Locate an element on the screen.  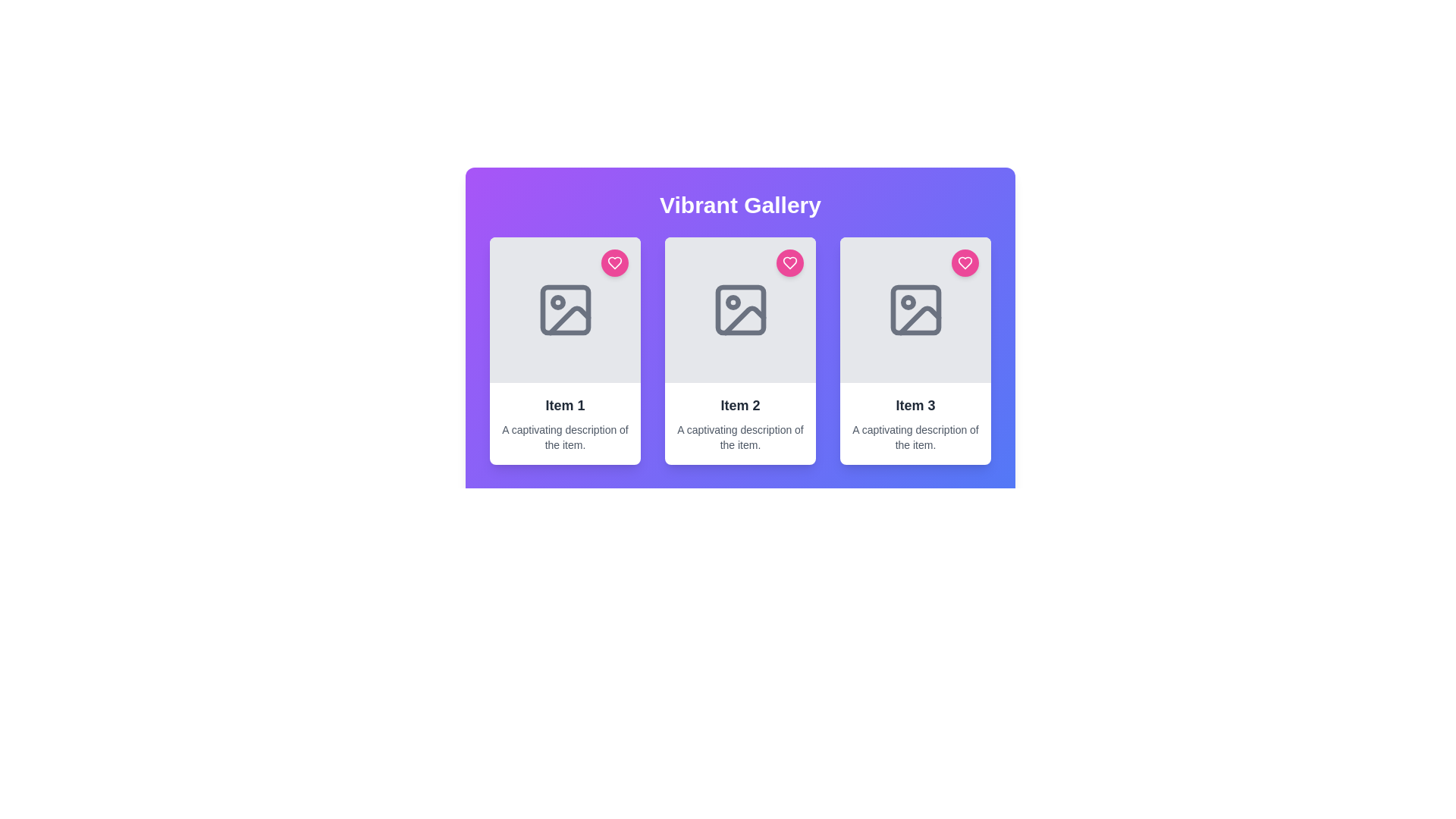
the text block containing a title and subtitle in the lower section of the third card of the 'Vibrant Gallery' is located at coordinates (915, 424).